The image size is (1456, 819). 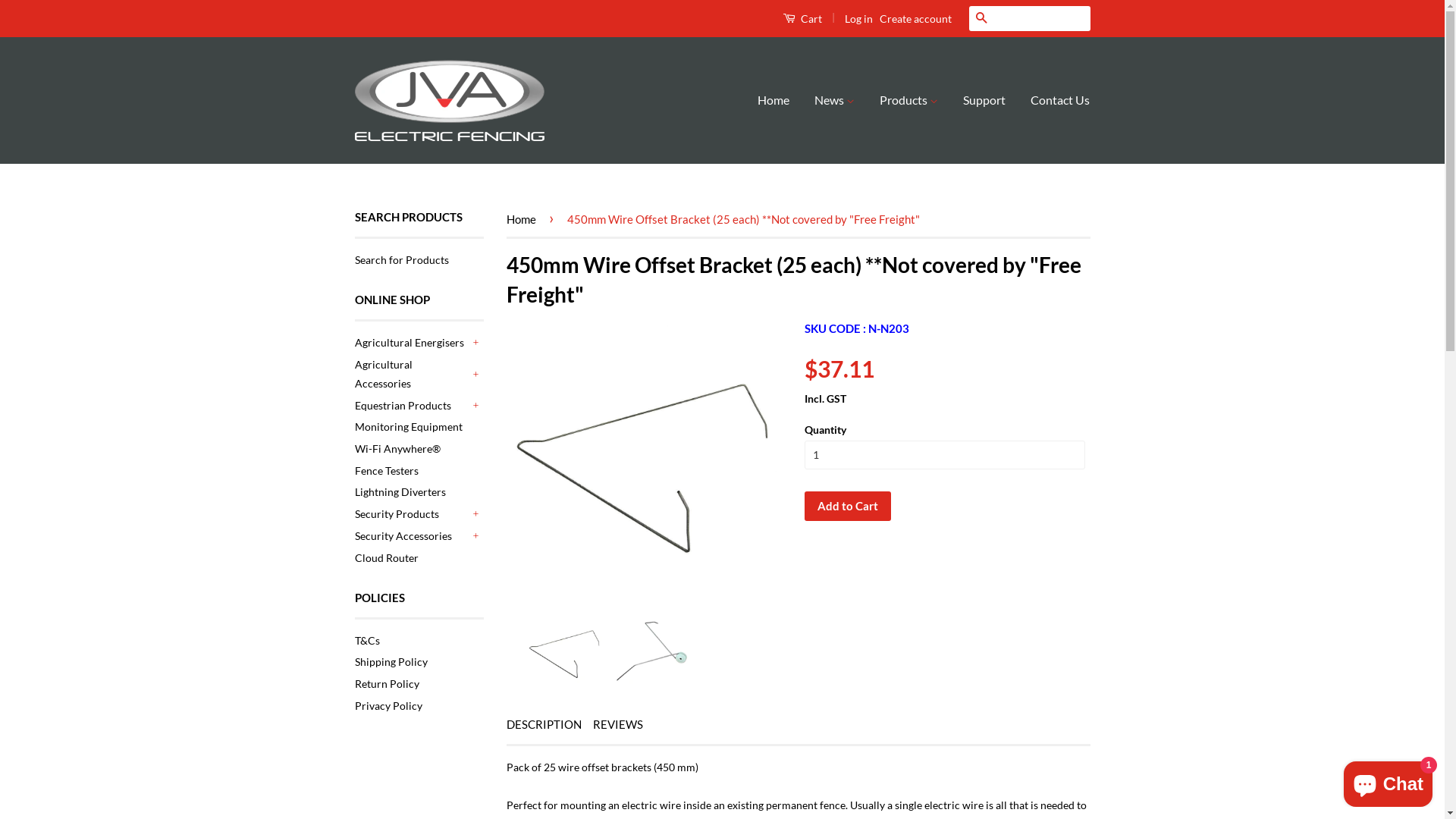 I want to click on 'REVIEWS', so click(x=618, y=723).